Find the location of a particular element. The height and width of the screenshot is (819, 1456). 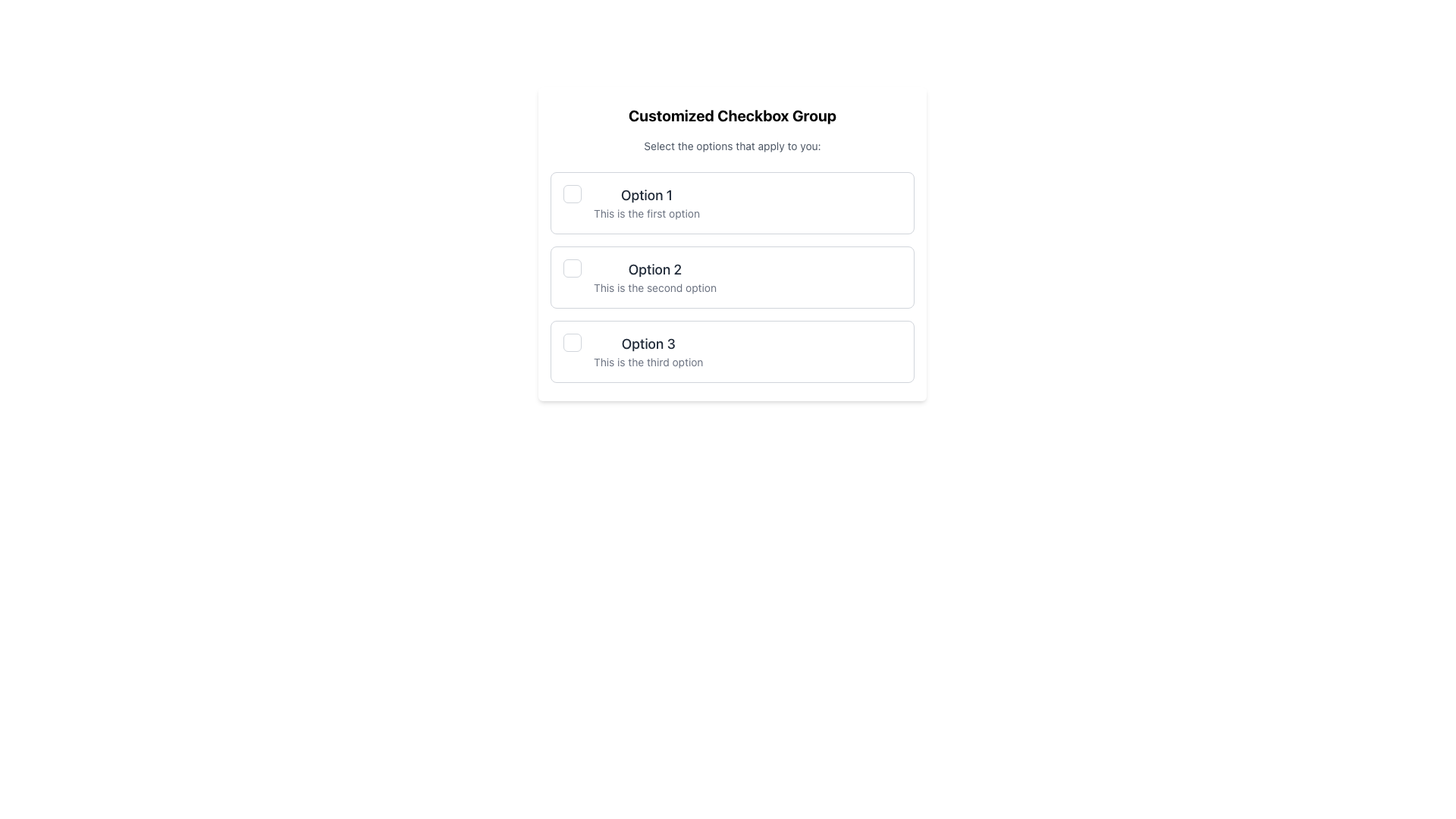

the Text label that serves as a title or heading above the checkbox group is located at coordinates (732, 115).